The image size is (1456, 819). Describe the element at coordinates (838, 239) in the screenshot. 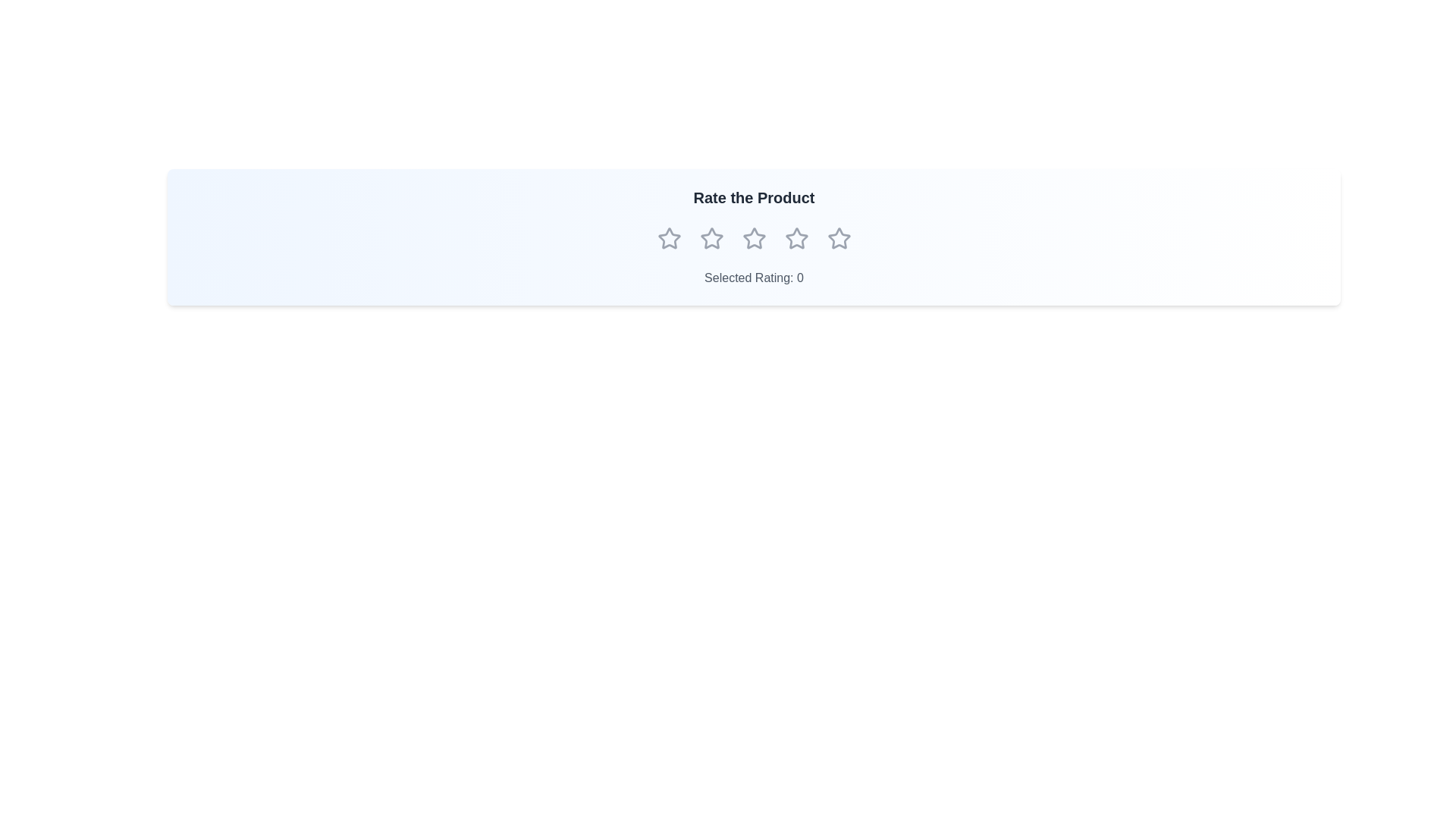

I see `the fifth star icon in the rating system to assign a rating of five out of five` at that location.